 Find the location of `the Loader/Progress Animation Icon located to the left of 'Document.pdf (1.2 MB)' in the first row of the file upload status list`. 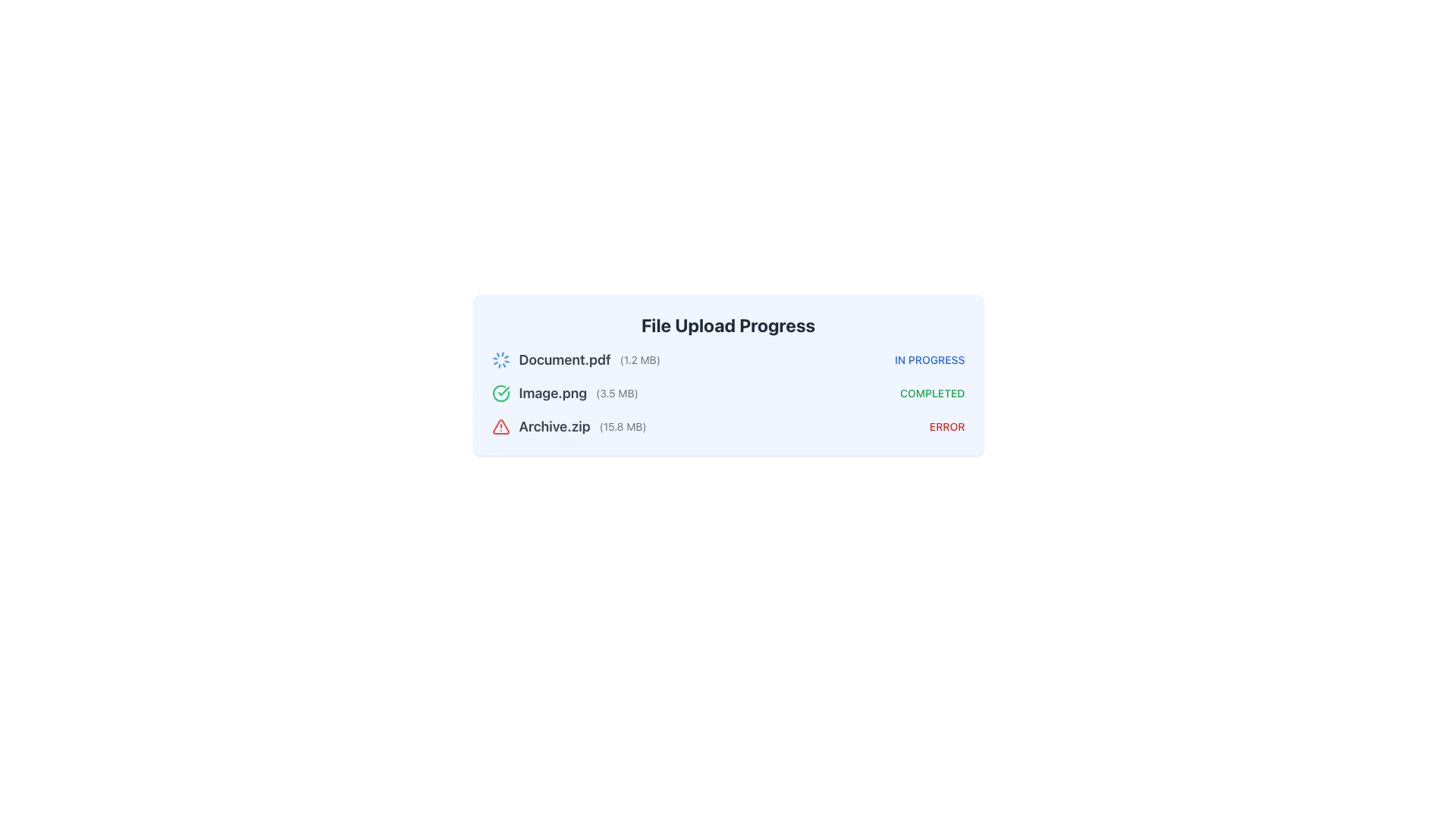

the Loader/Progress Animation Icon located to the left of 'Document.pdf (1.2 MB)' in the first row of the file upload status list is located at coordinates (500, 359).